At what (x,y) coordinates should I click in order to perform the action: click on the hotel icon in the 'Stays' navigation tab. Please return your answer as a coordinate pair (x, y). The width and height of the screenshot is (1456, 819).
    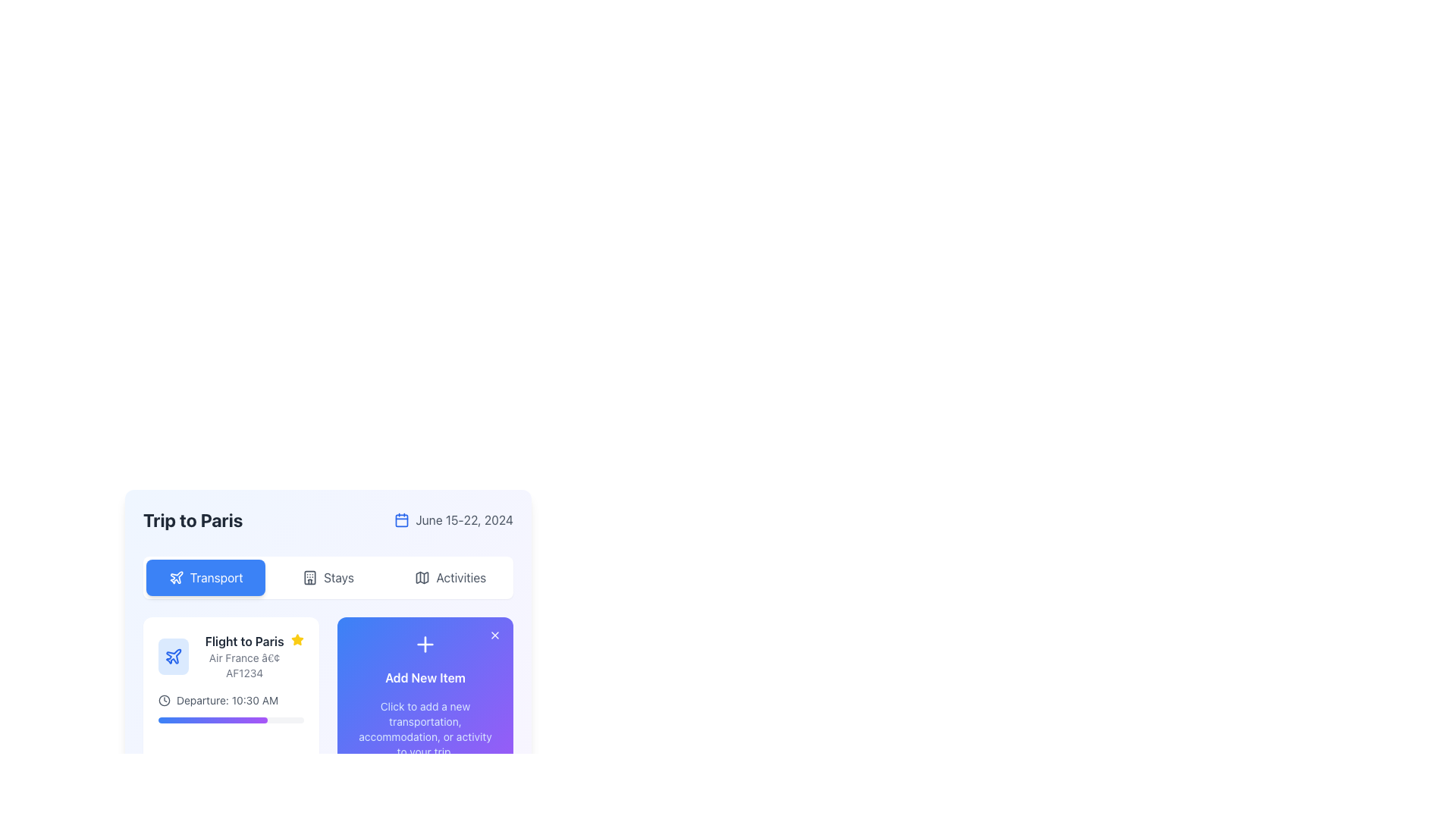
    Looking at the image, I should click on (309, 578).